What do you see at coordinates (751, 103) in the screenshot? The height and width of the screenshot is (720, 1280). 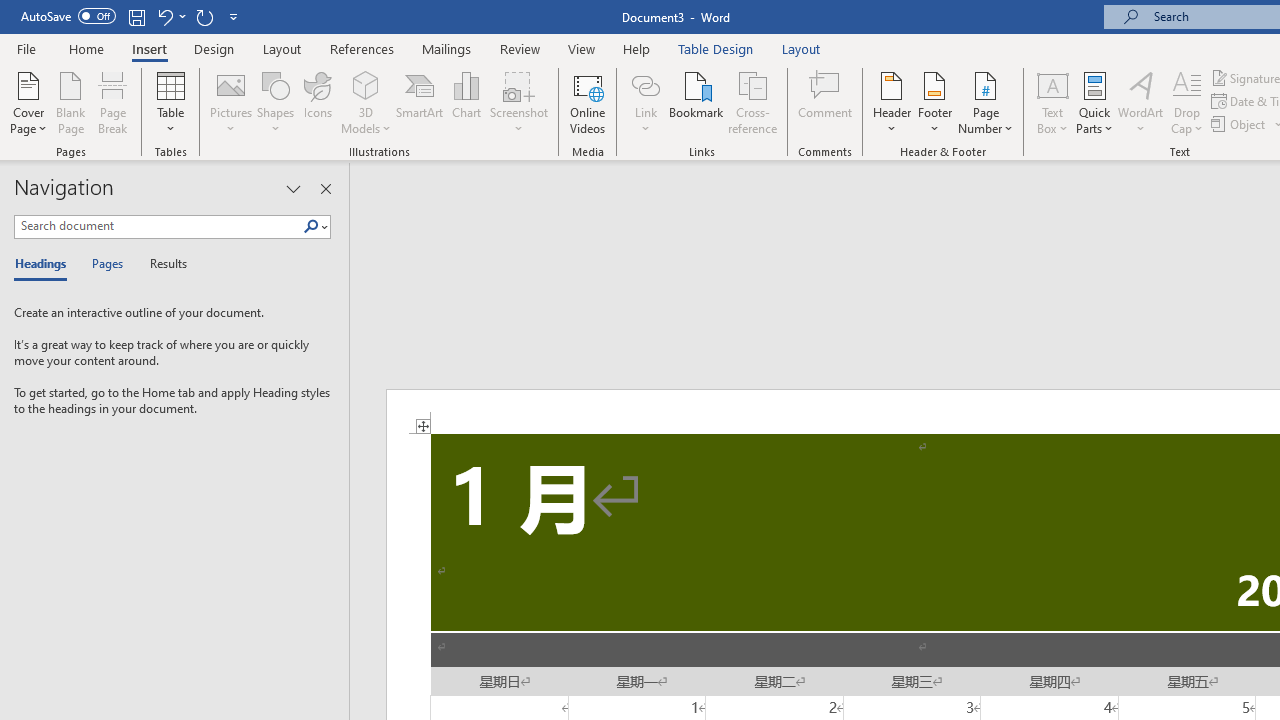 I see `'Cross-reference...'` at bounding box center [751, 103].